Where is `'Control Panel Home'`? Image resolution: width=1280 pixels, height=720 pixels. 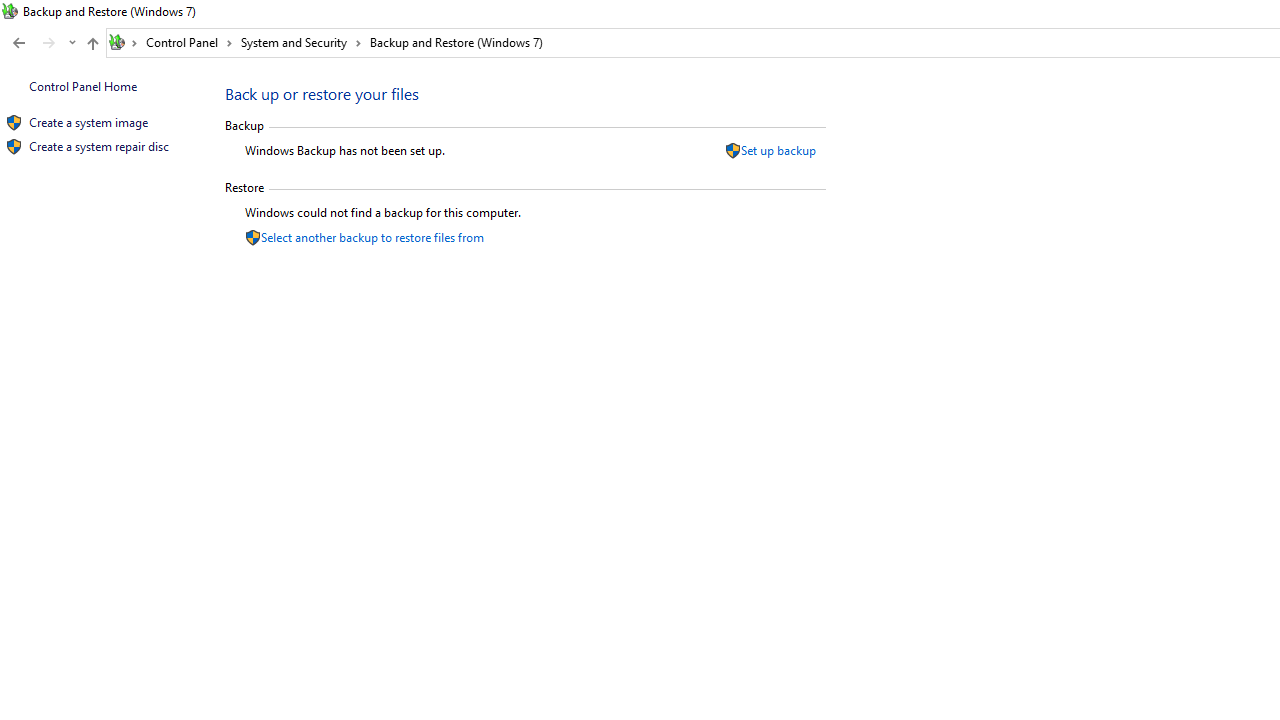 'Control Panel Home' is located at coordinates (82, 85).